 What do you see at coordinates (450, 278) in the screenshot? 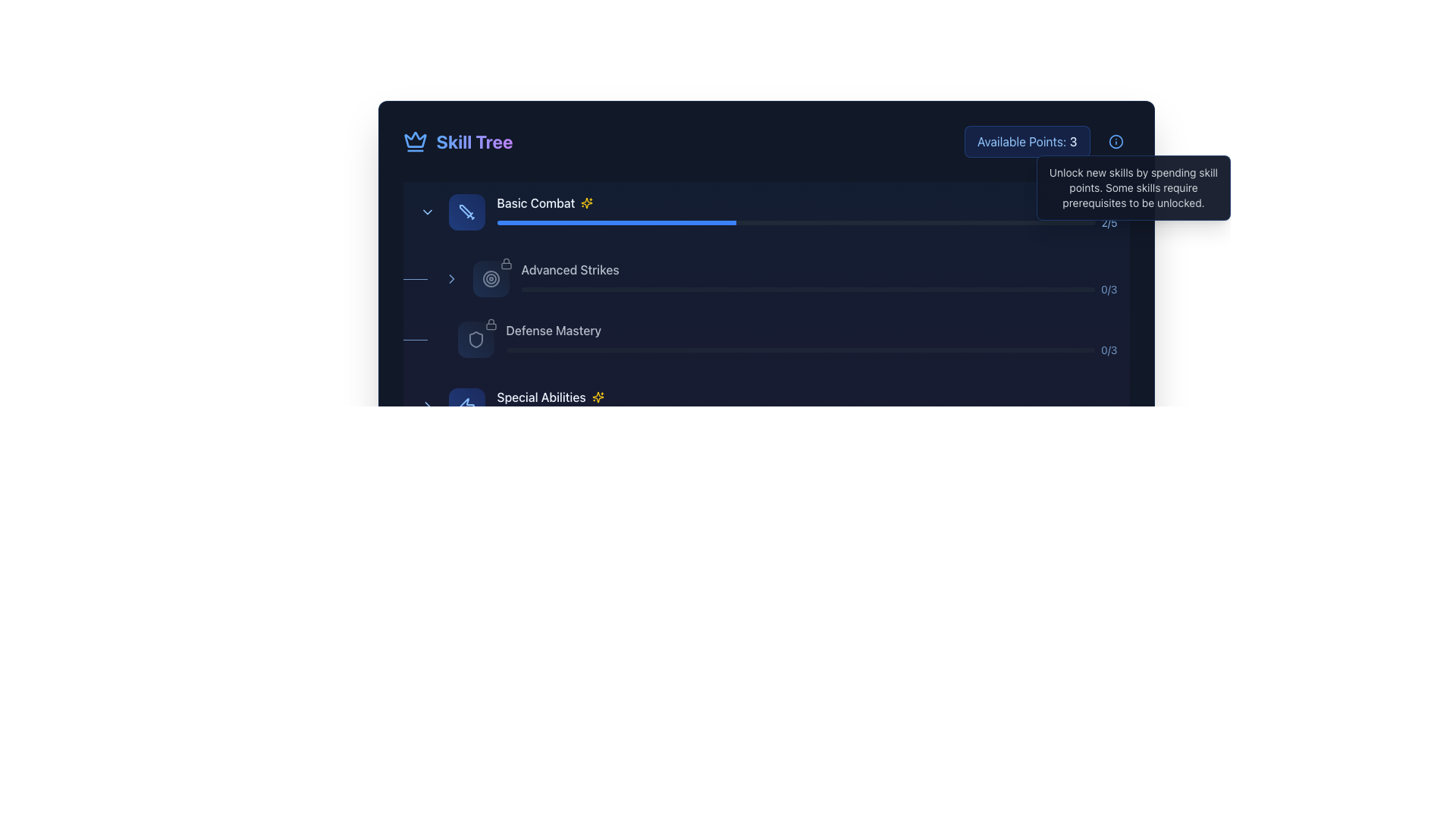
I see `the right-oriented chevron icon in the Skill Tree interface adjacent to the 'Advanced Strikes' label` at bounding box center [450, 278].